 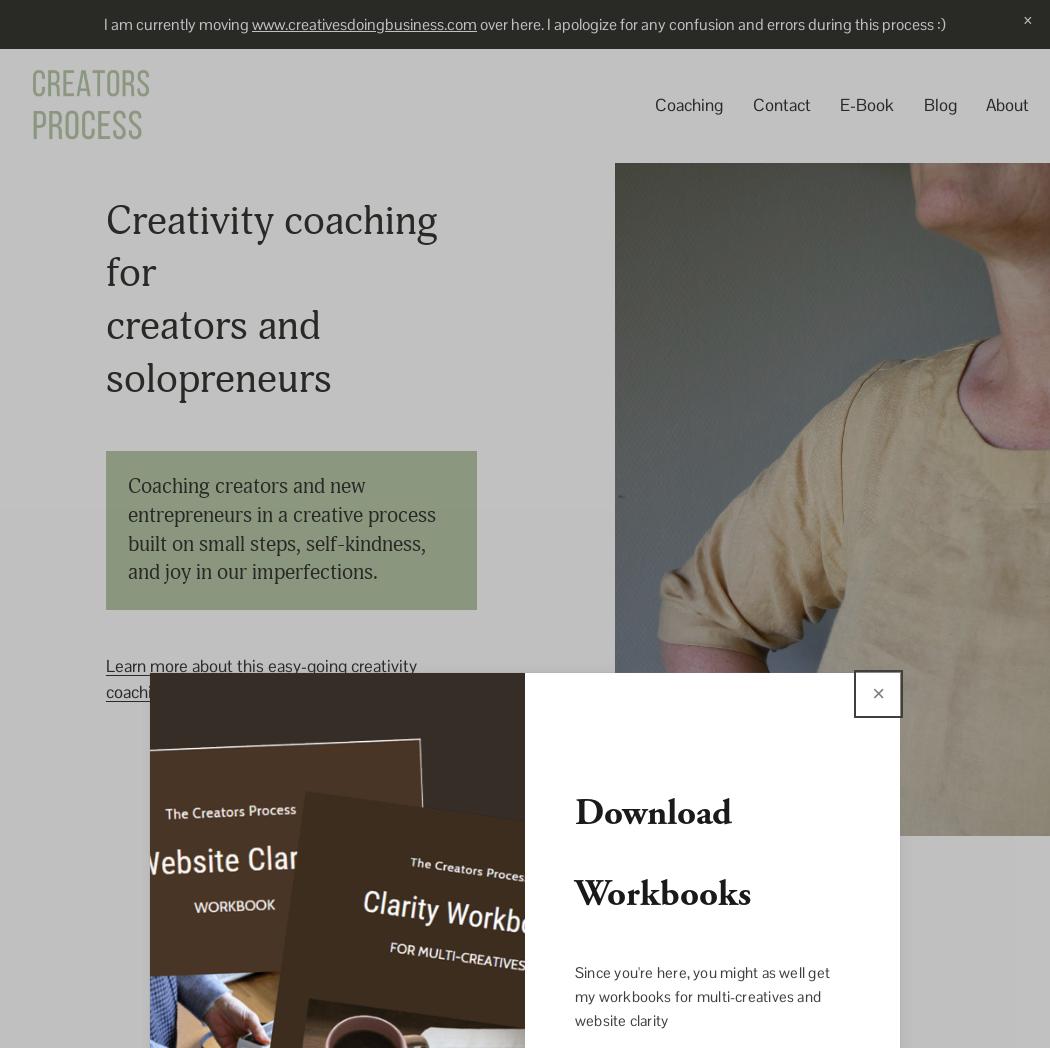 I want to click on 'I am currently moving', so click(x=177, y=22).